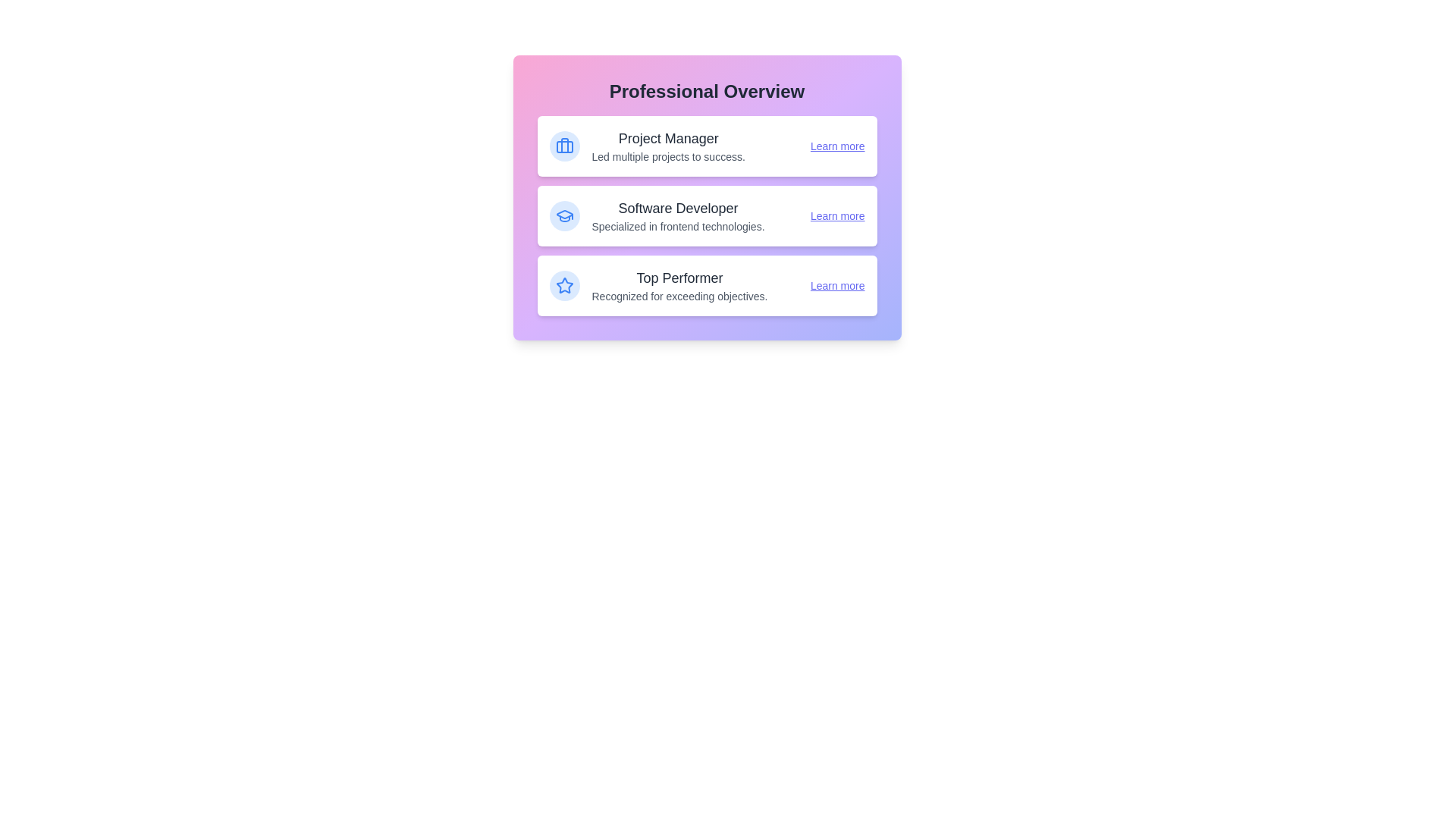 This screenshot has height=819, width=1456. What do you see at coordinates (706, 146) in the screenshot?
I see `the profile card for Project Manager` at bounding box center [706, 146].